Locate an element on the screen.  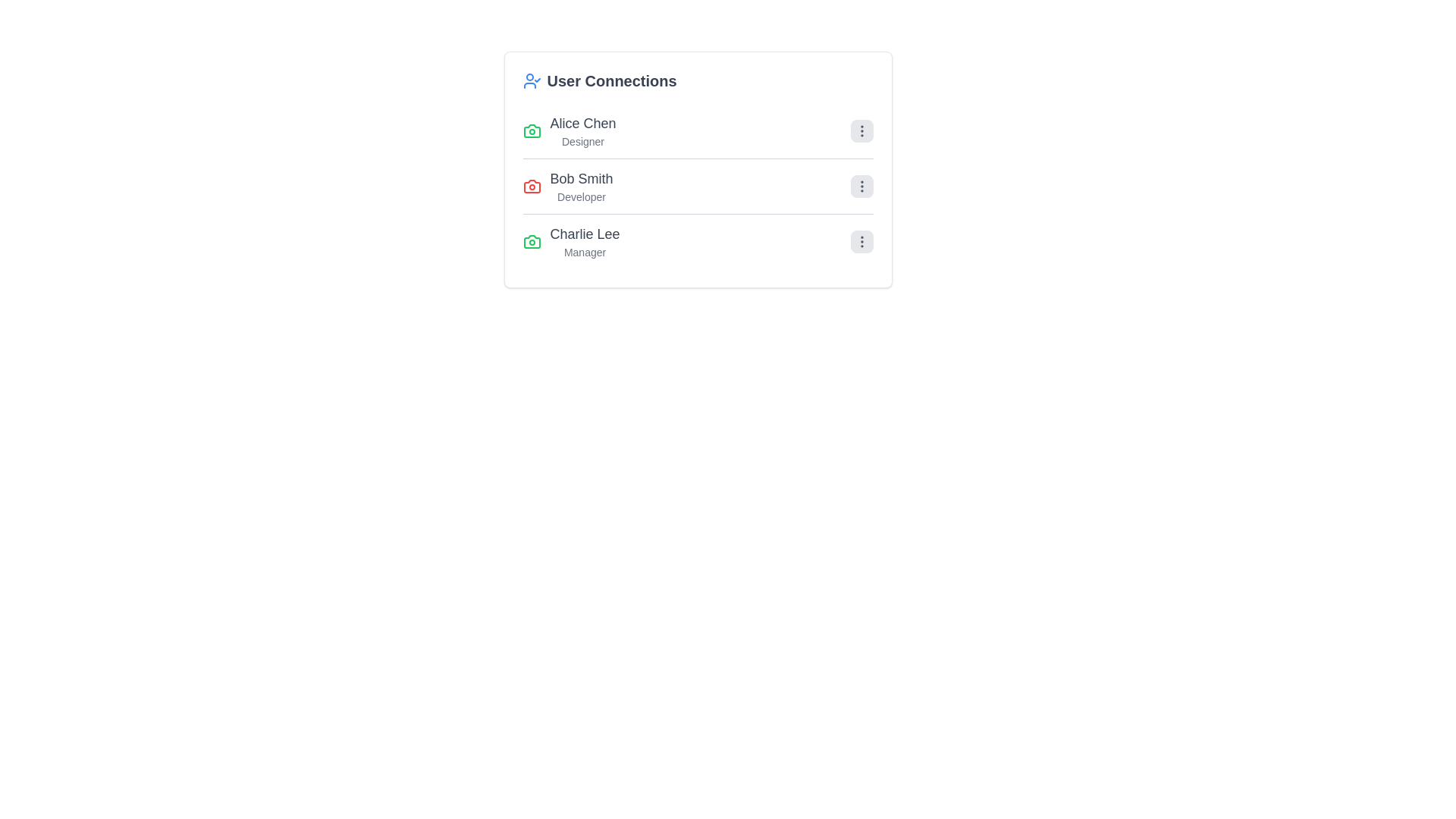
the vertical ellipsis icon located to the far right of the row for 'Bob Smith, Developer' in the 'User Connections' interface is located at coordinates (861, 186).